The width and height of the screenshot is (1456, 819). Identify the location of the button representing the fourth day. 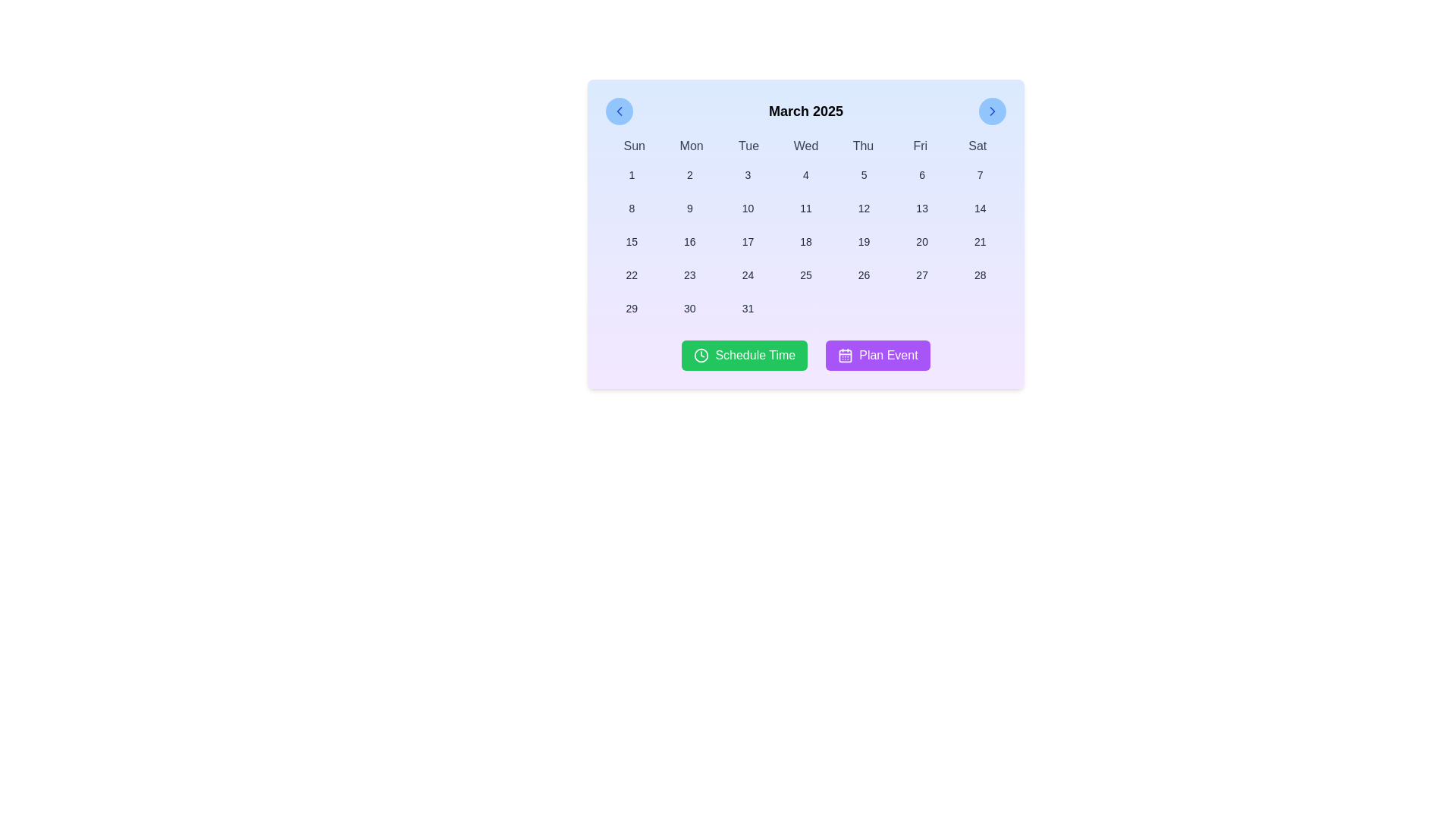
(805, 174).